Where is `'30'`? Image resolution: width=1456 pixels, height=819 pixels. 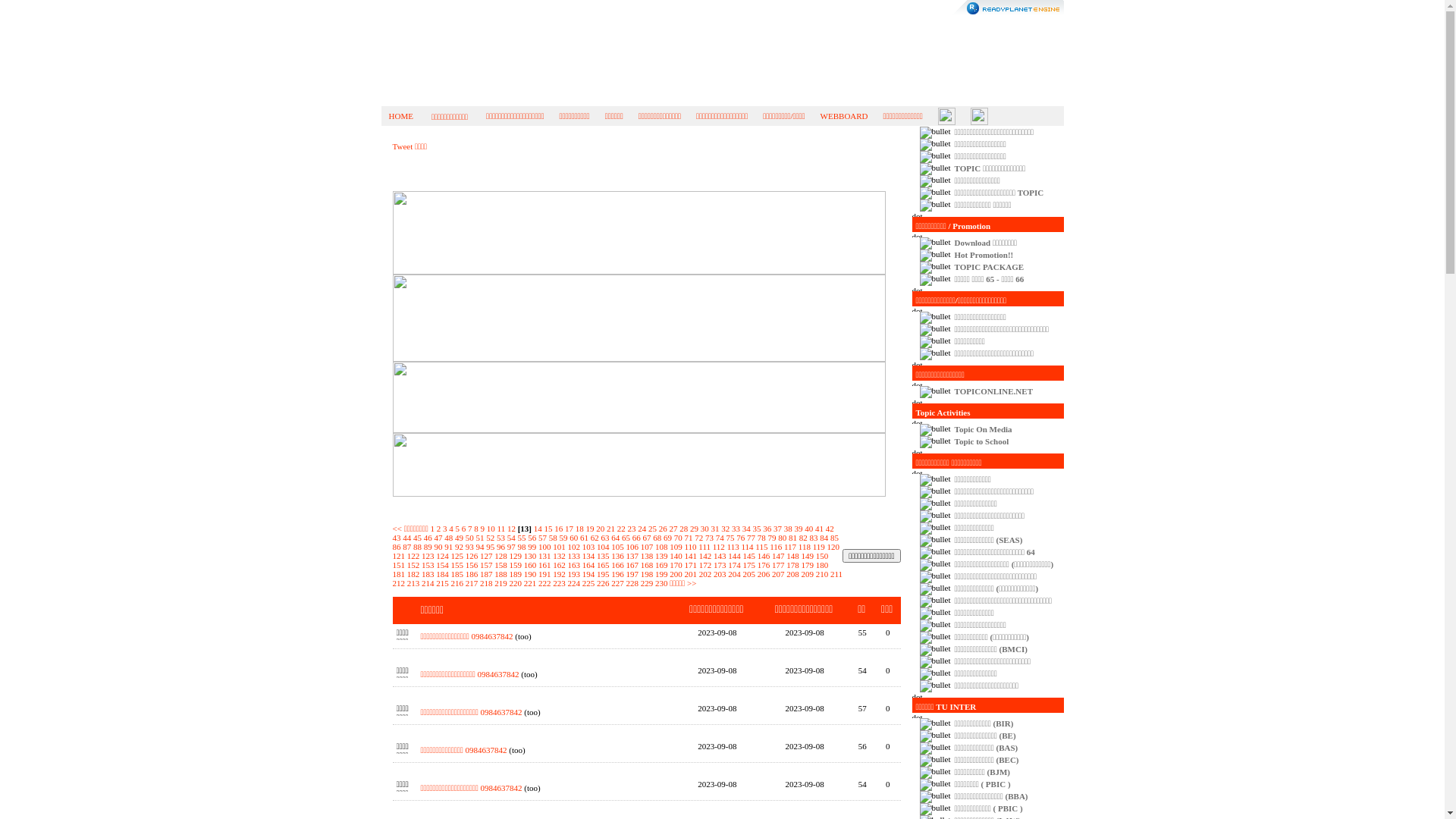 '30' is located at coordinates (704, 528).